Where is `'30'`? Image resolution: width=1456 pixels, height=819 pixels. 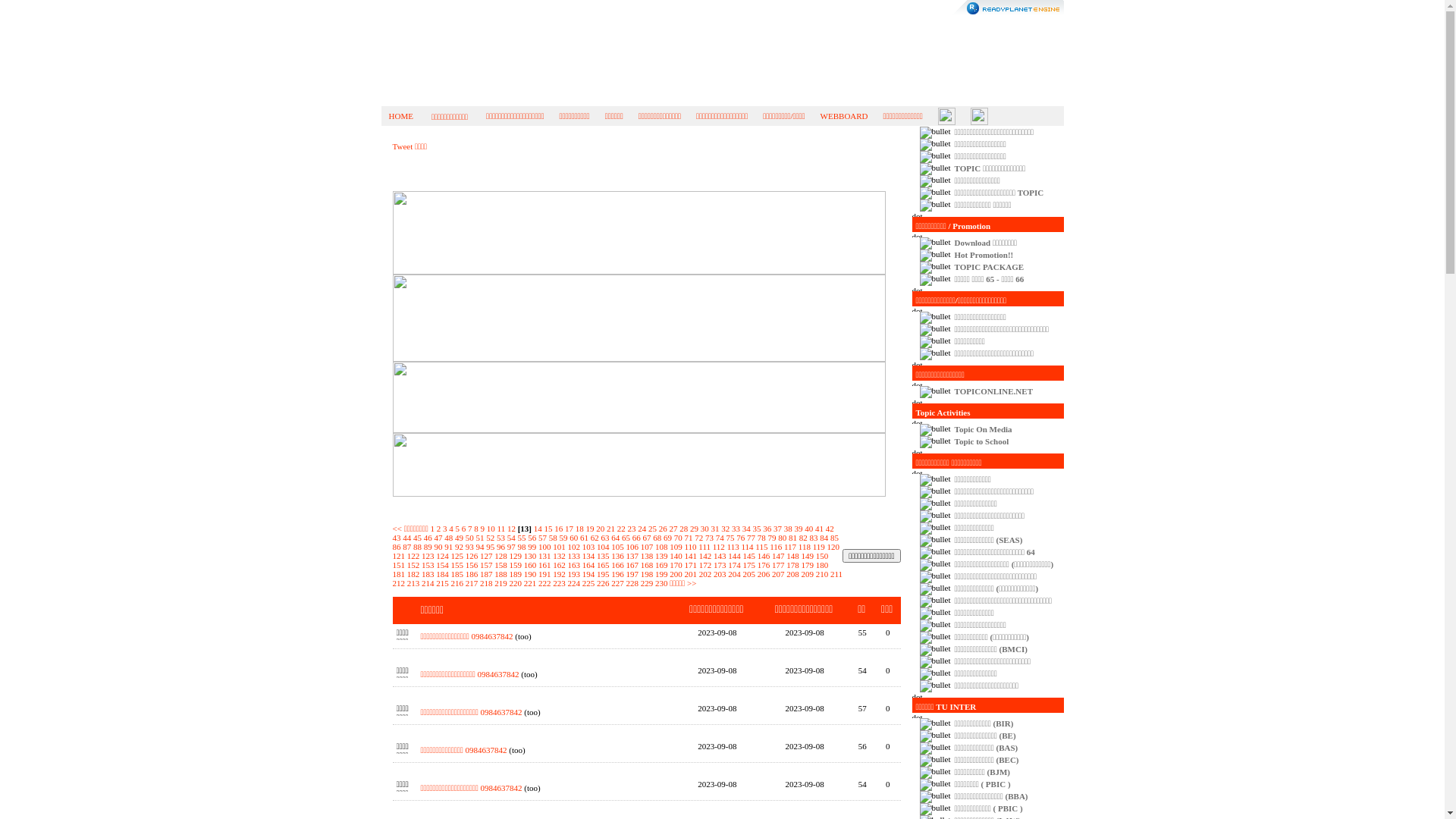 '30' is located at coordinates (704, 528).